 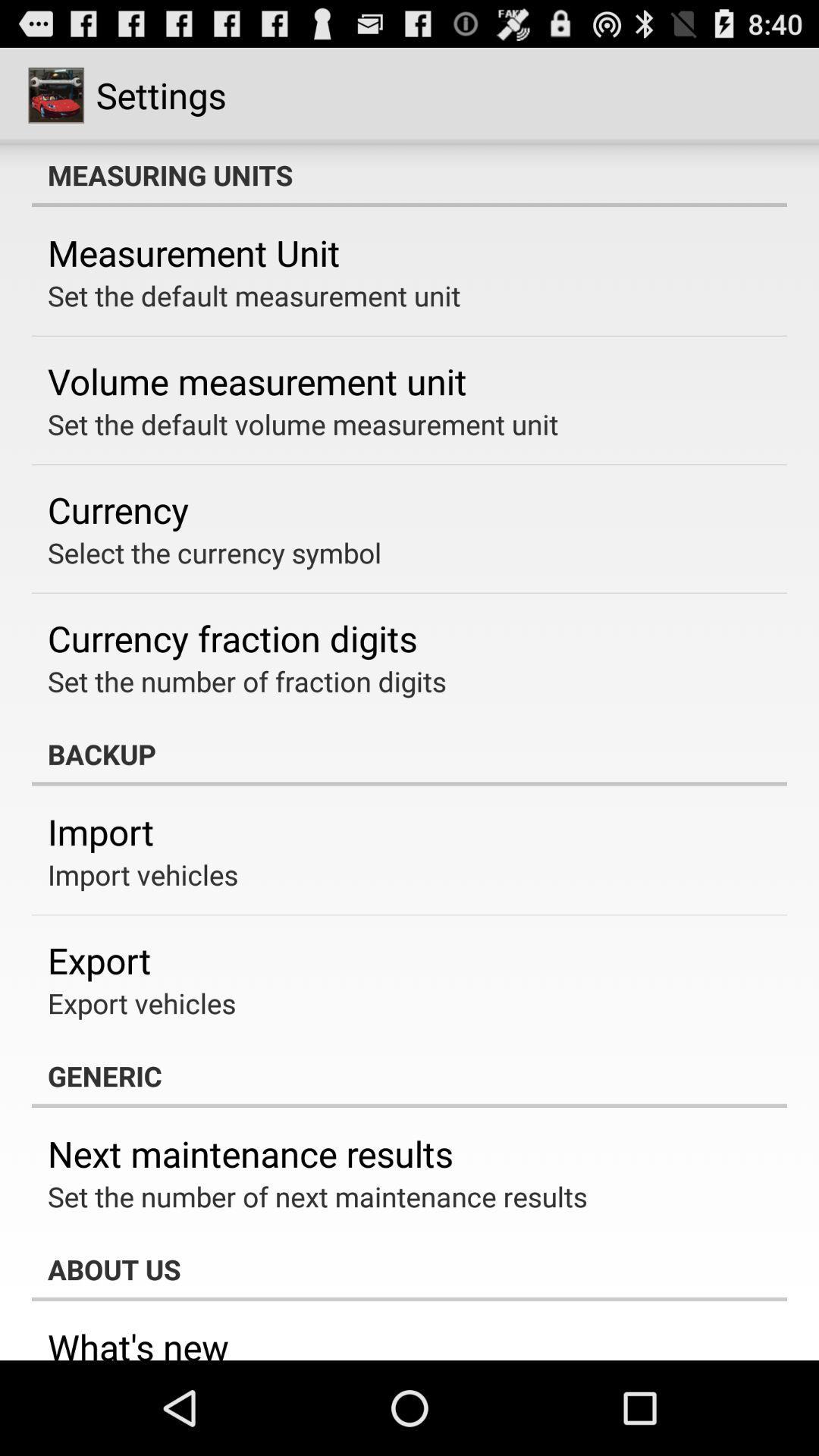 What do you see at coordinates (142, 1003) in the screenshot?
I see `the app above generic app` at bounding box center [142, 1003].